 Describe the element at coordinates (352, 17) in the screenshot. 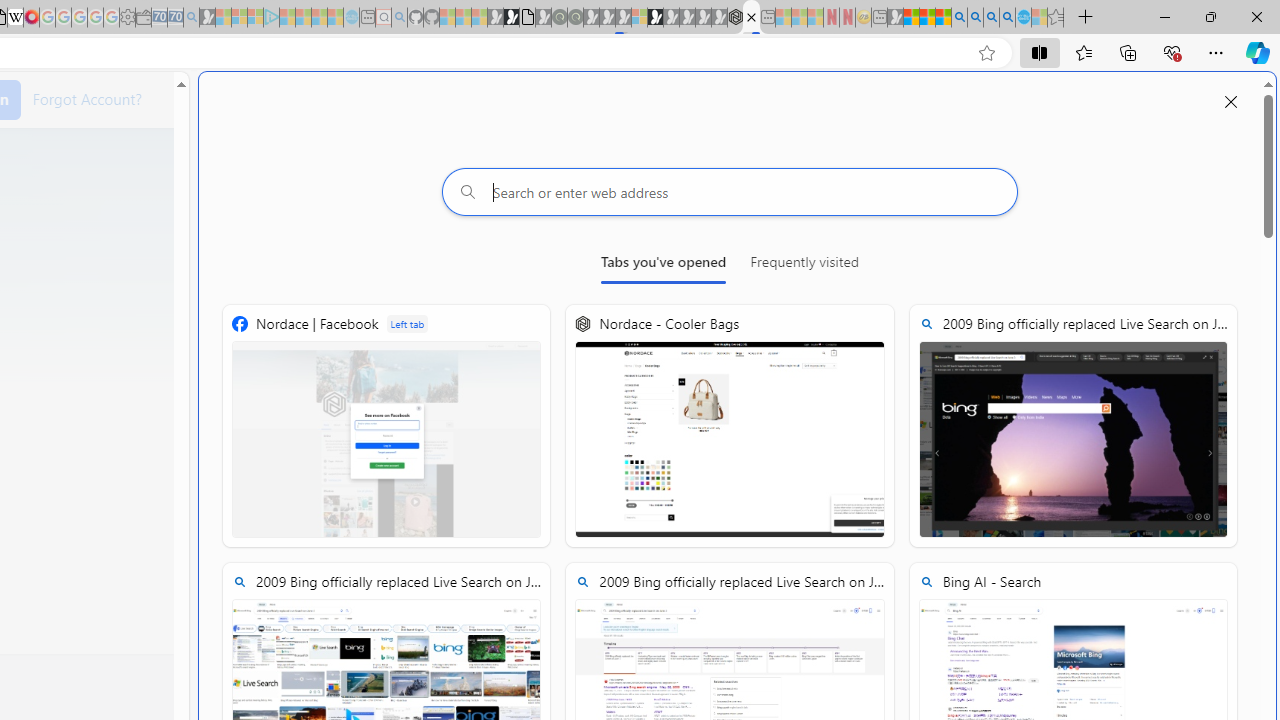

I see `'Home | Sky Blue Bikes - Sky Blue Bikes - Sleeping'` at that location.